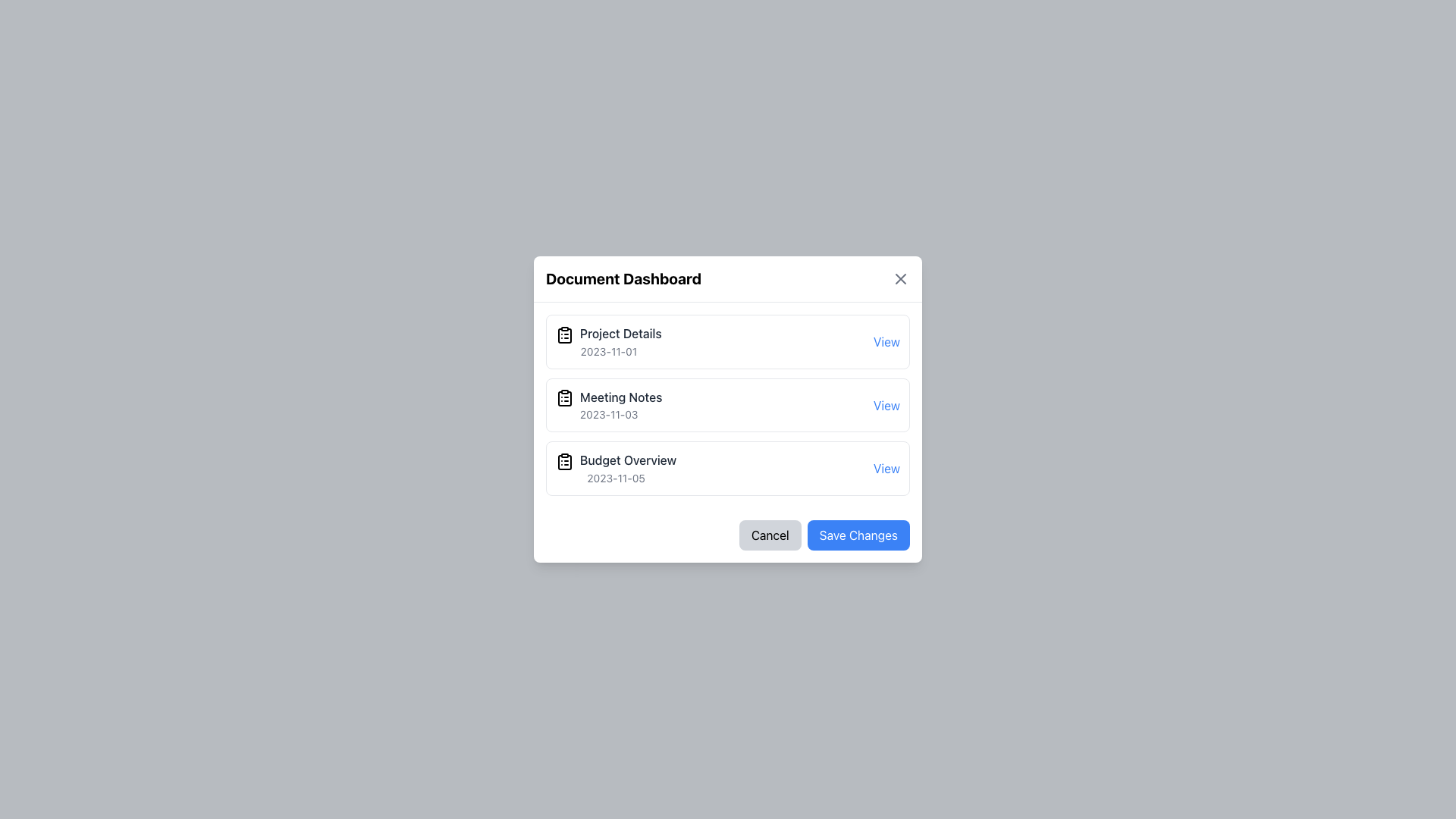 This screenshot has width=1456, height=819. Describe the element at coordinates (728, 404) in the screenshot. I see `the Interactive card for 'Meeting Notes' dated '2023-11-03' within the 'Document Dashboard', which contains a clickable 'View' link` at that location.